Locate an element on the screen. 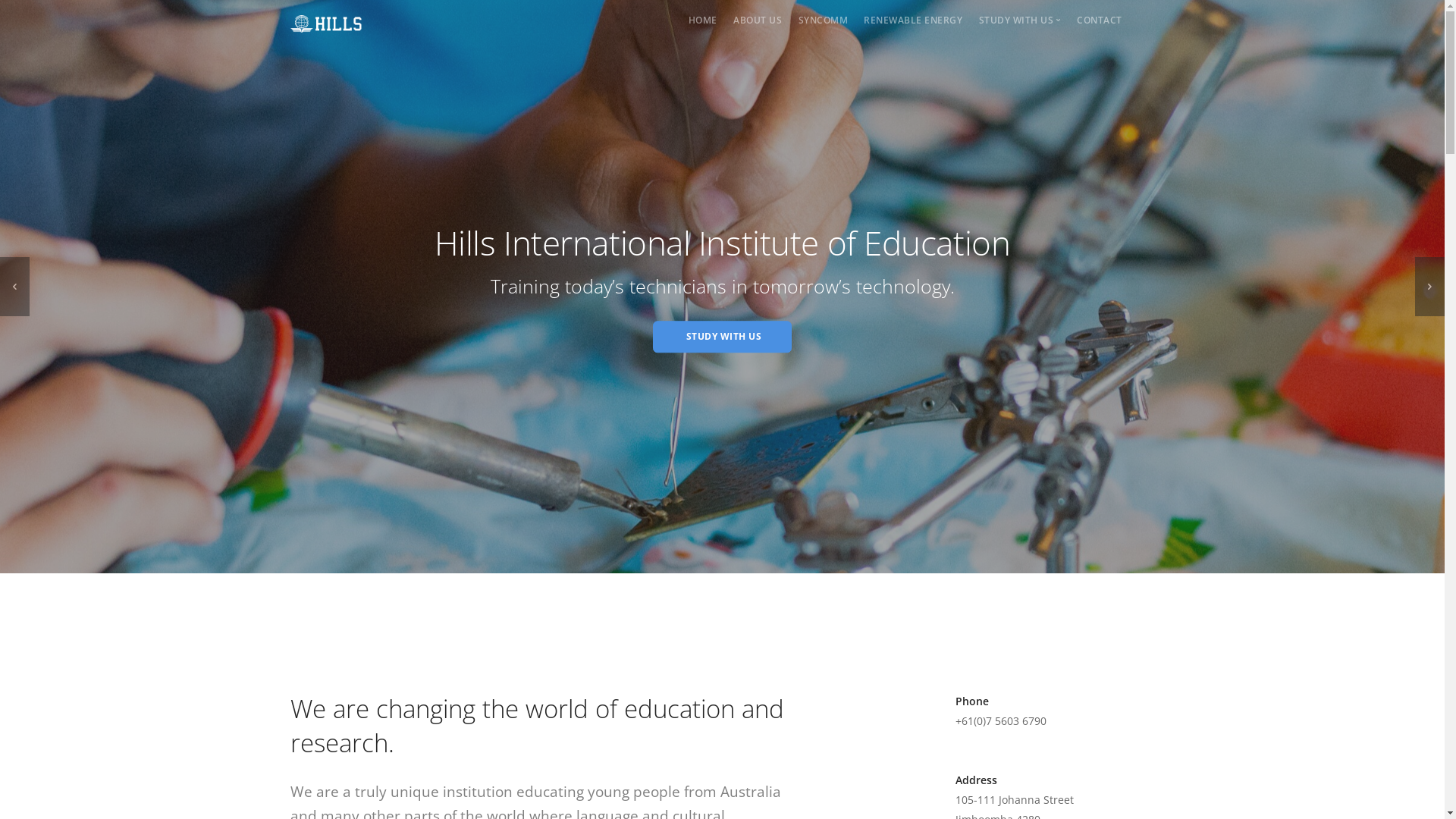 This screenshot has width=1456, height=819. 'CONTACT' is located at coordinates (1099, 20).